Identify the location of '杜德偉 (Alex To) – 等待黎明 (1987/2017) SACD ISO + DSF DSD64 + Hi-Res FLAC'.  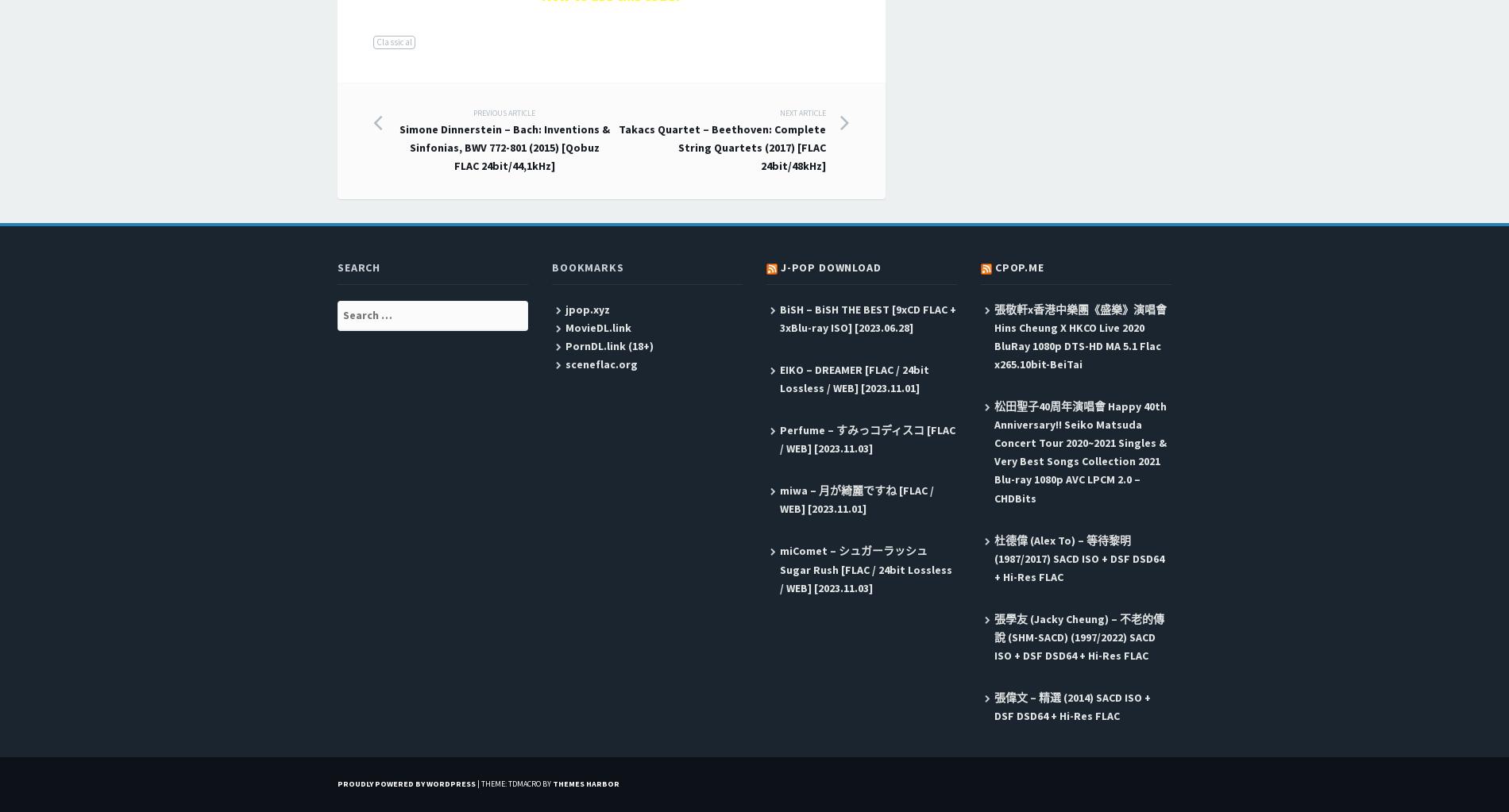
(1077, 557).